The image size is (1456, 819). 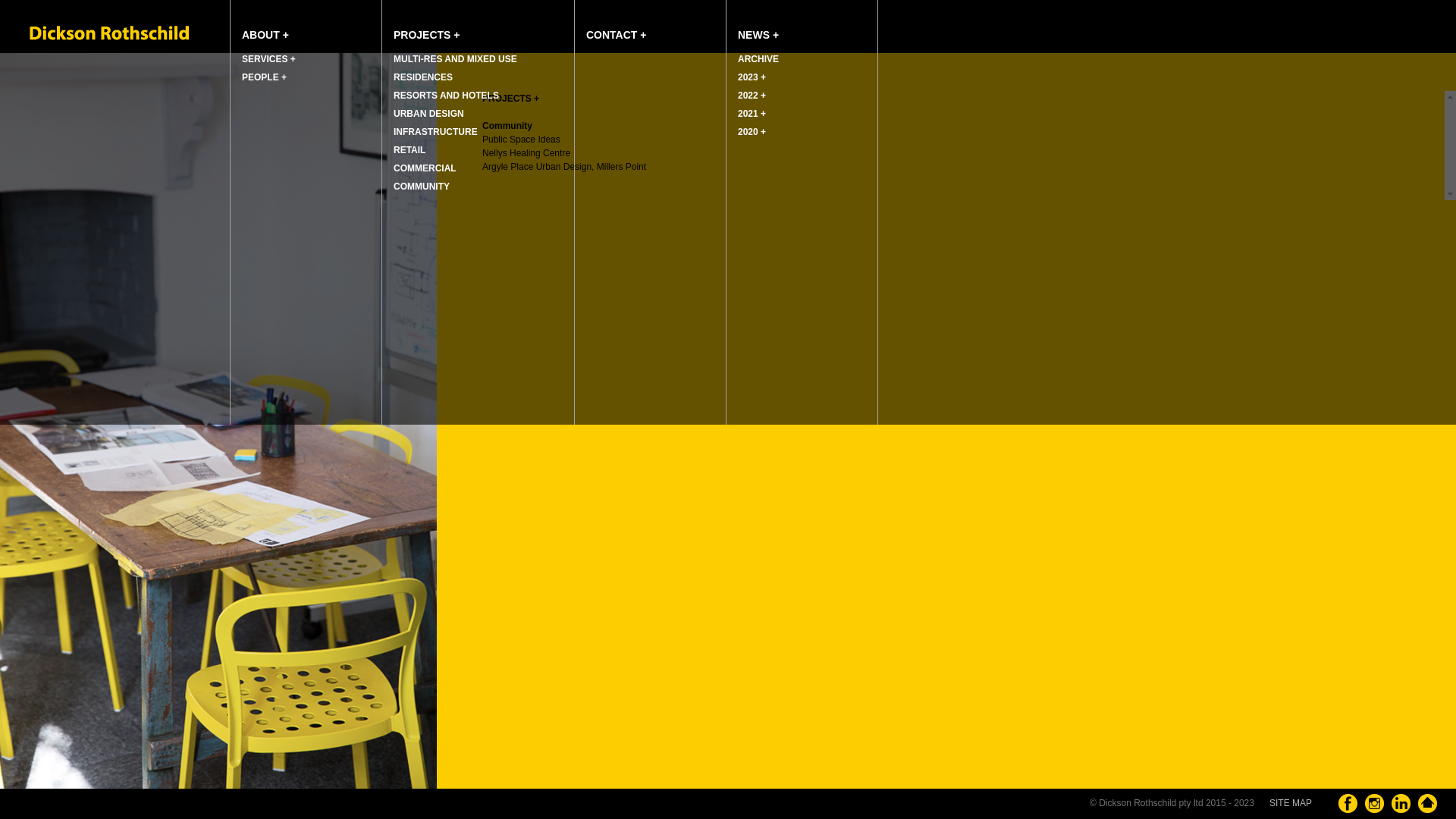 What do you see at coordinates (801, 25) in the screenshot?
I see `'NEWS +'` at bounding box center [801, 25].